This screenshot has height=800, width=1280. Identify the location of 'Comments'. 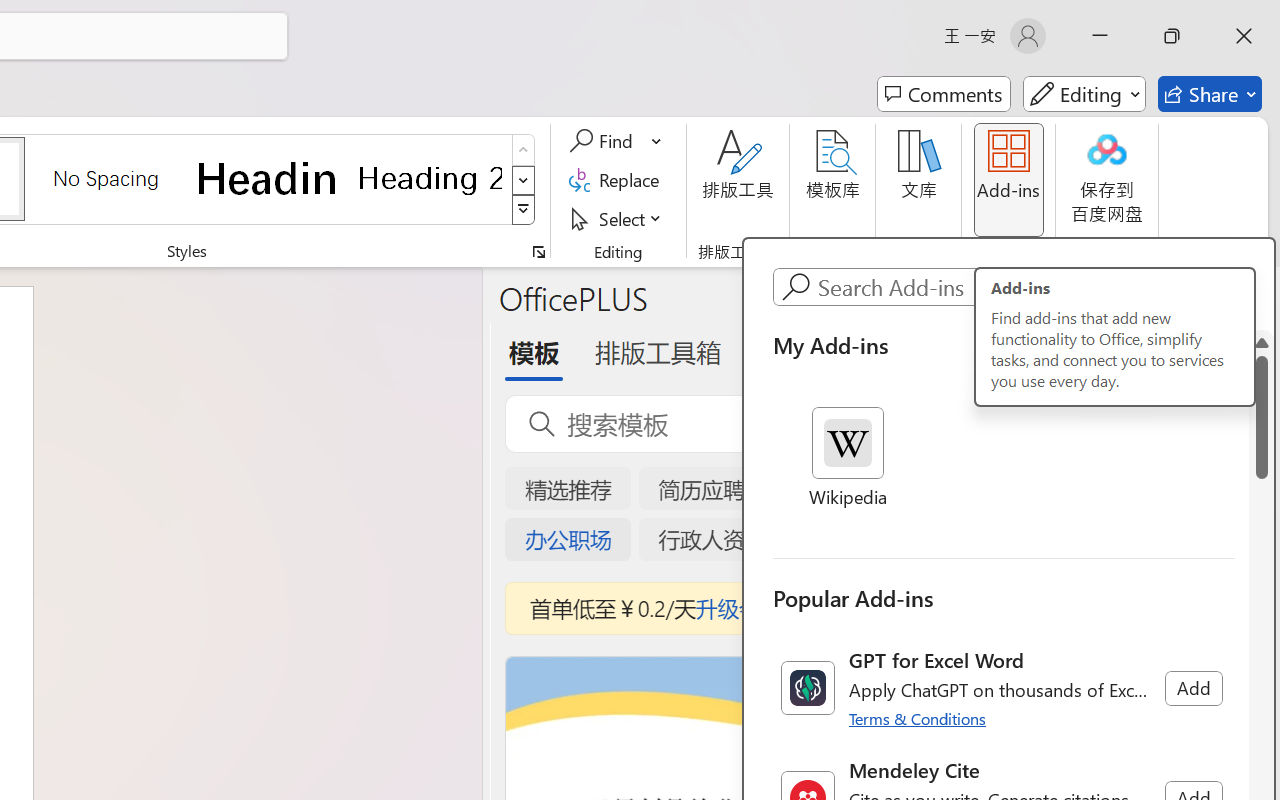
(943, 94).